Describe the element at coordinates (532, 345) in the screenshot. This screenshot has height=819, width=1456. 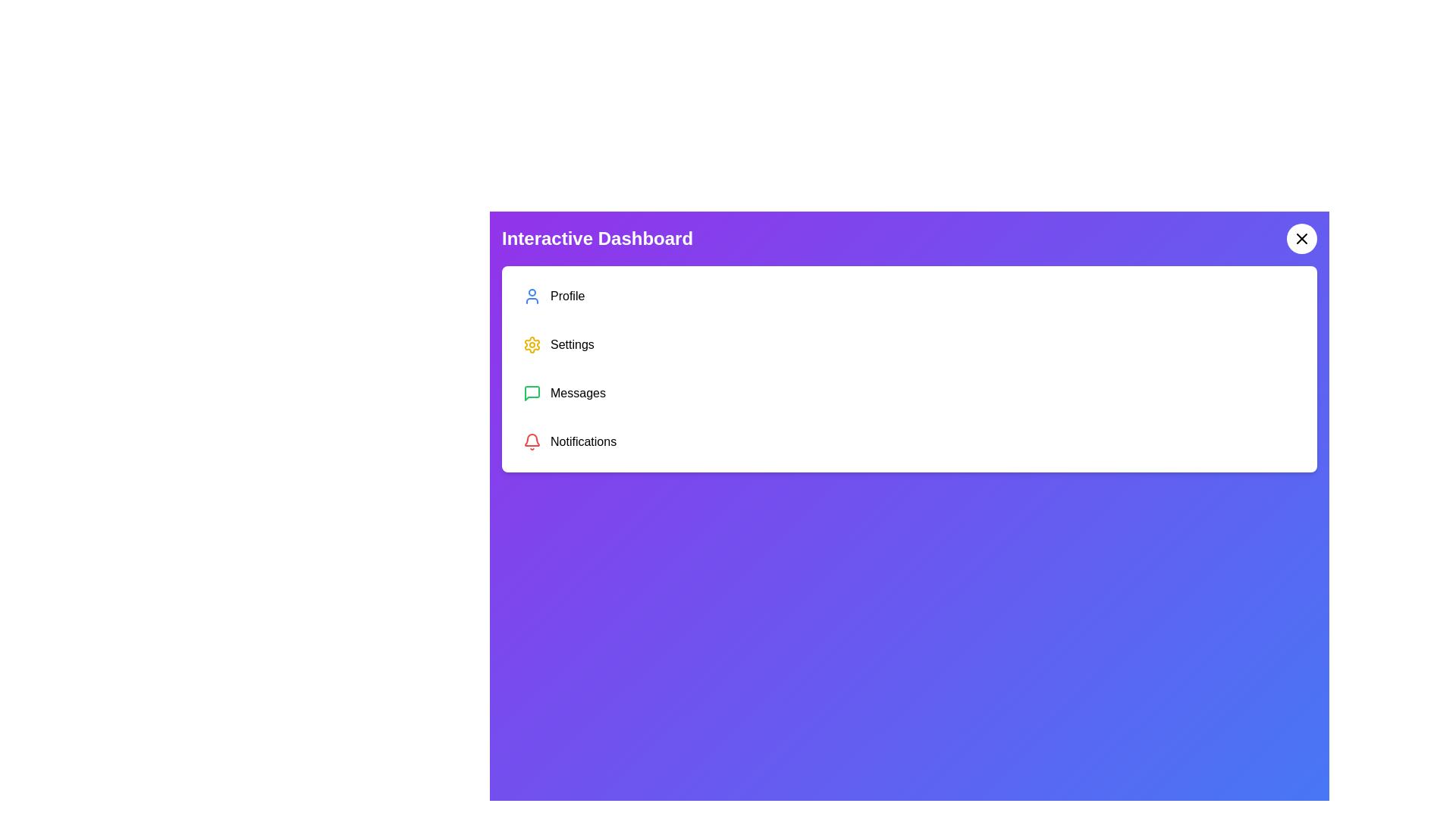
I see `the gear-shaped icon with a yellow stroke, located between the 'Profile' and 'Messages' options` at that location.